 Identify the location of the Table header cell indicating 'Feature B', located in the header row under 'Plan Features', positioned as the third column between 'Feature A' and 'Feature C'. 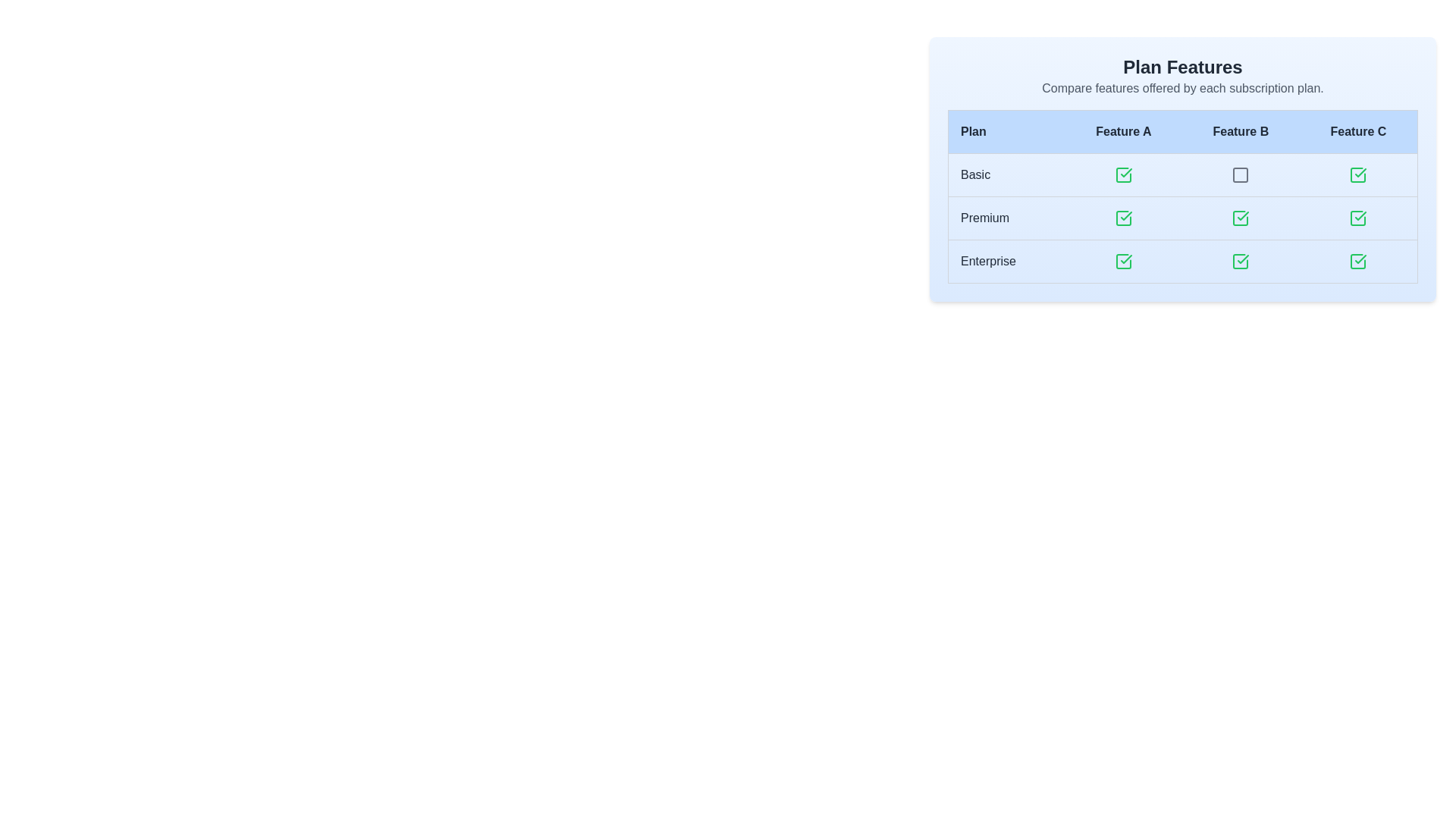
(1241, 130).